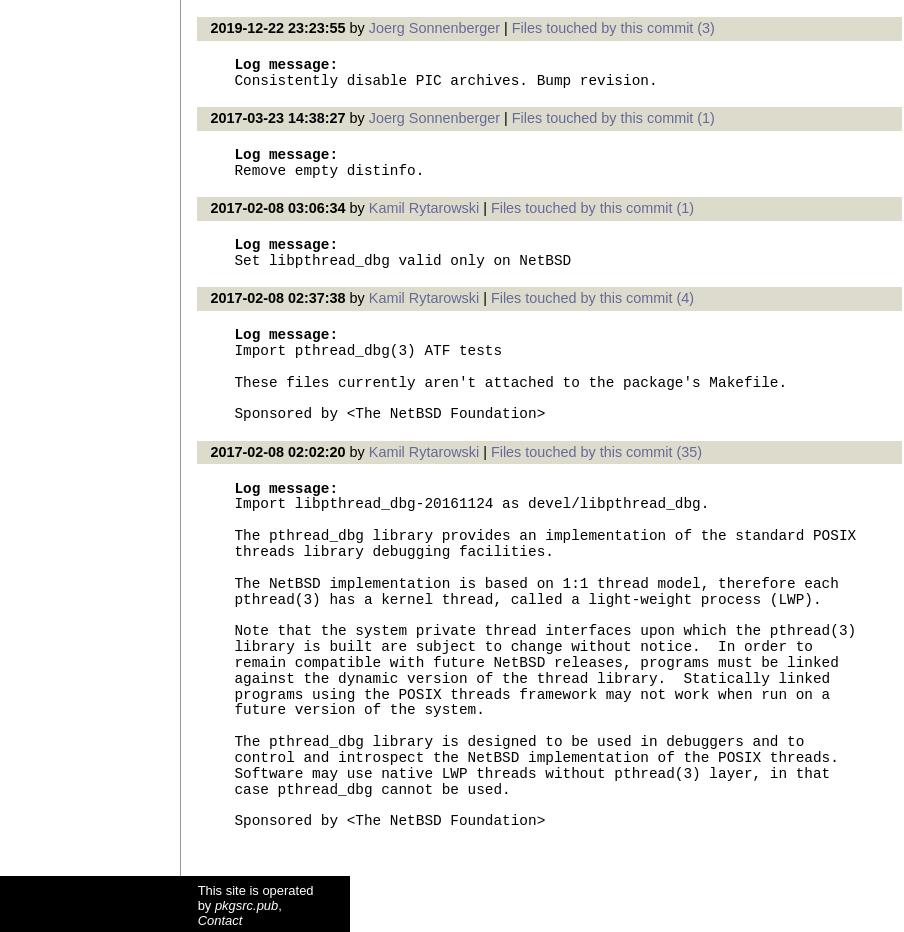  I want to click on 'Contact', so click(219, 919).